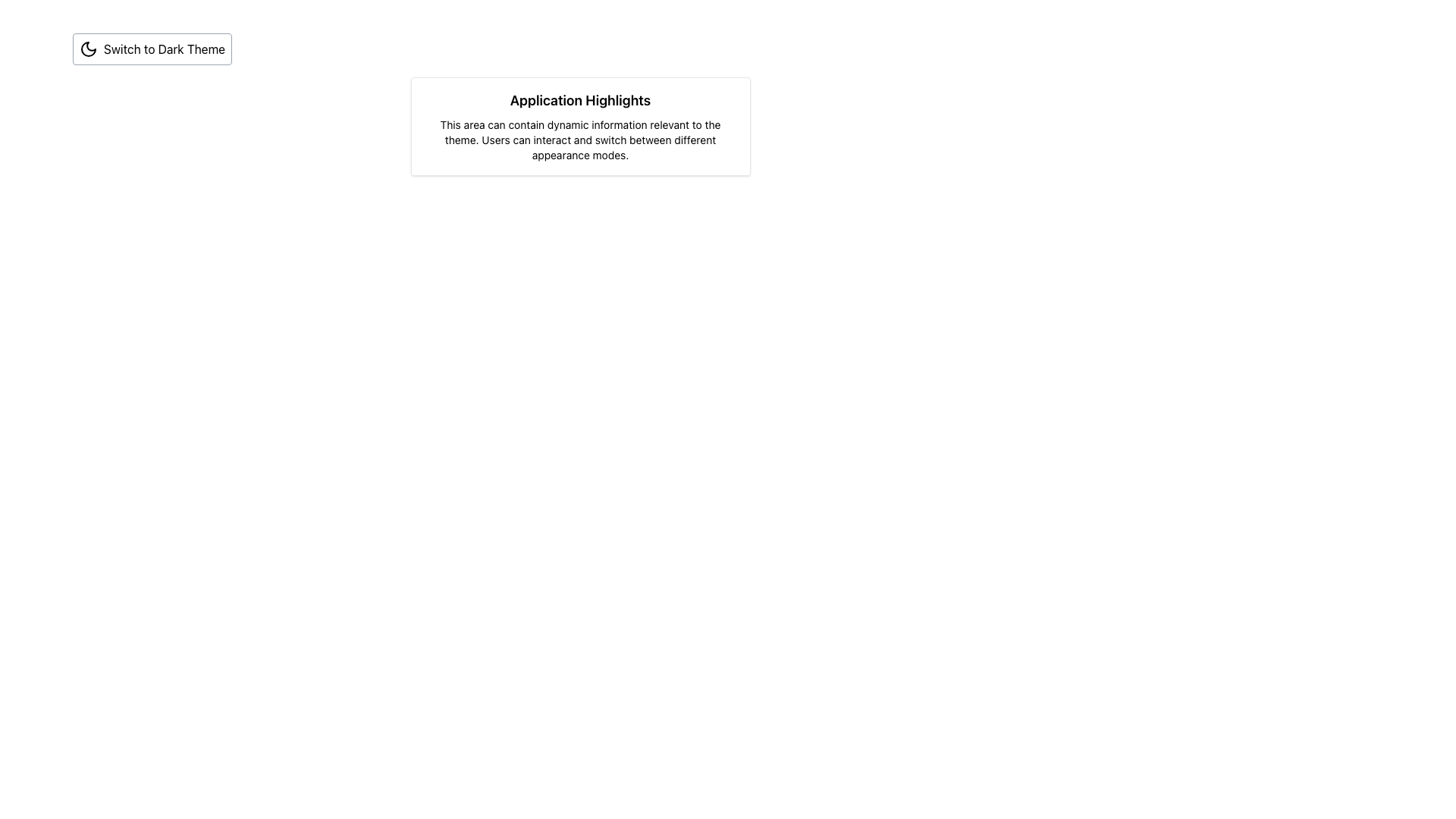 The image size is (1456, 819). I want to click on the inner crescent shape of the moon icon, which symbolizes the toggle for dark mode, so click(87, 49).